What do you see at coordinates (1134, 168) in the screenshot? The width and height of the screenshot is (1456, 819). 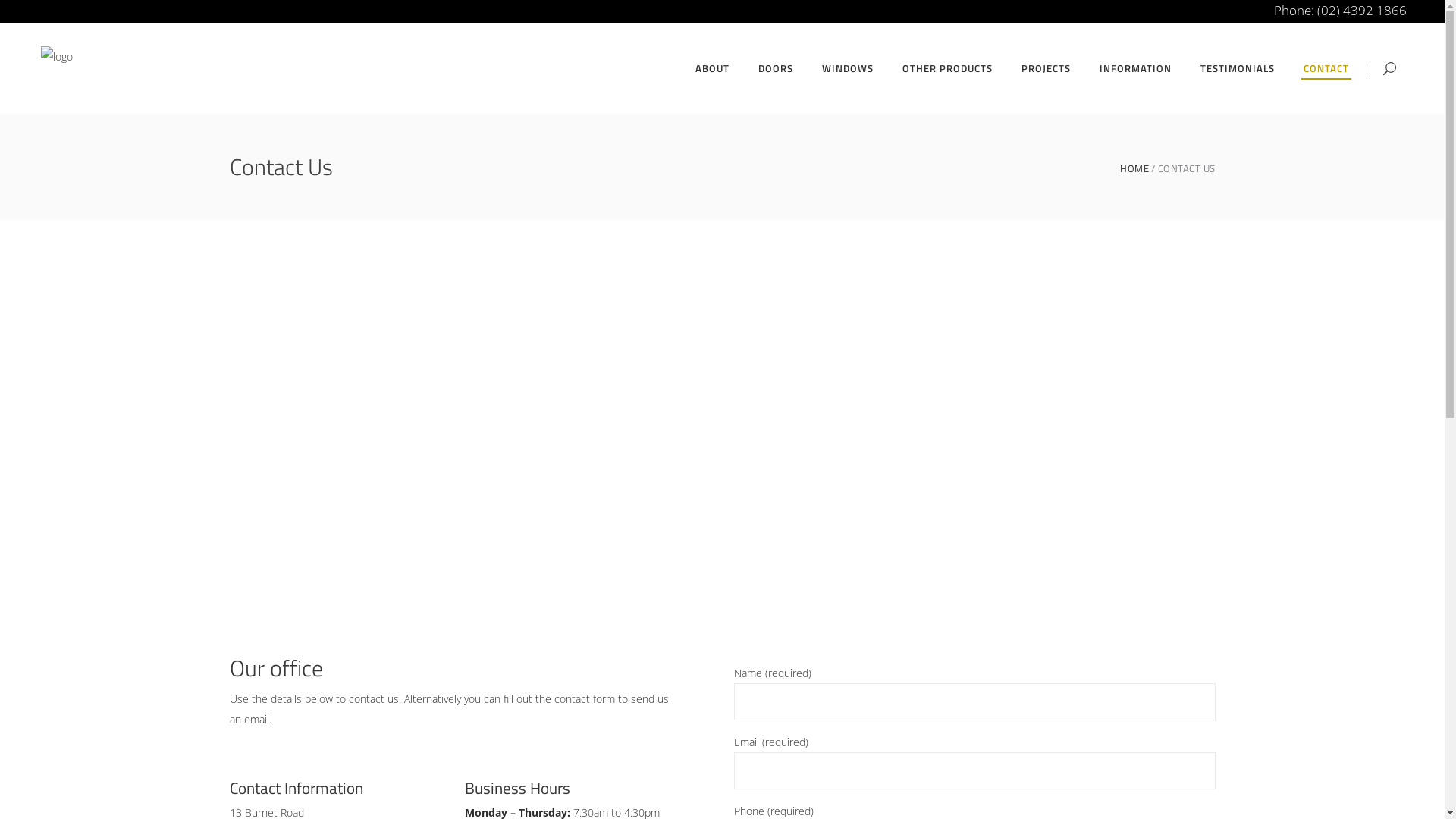 I see `'HOME'` at bounding box center [1134, 168].